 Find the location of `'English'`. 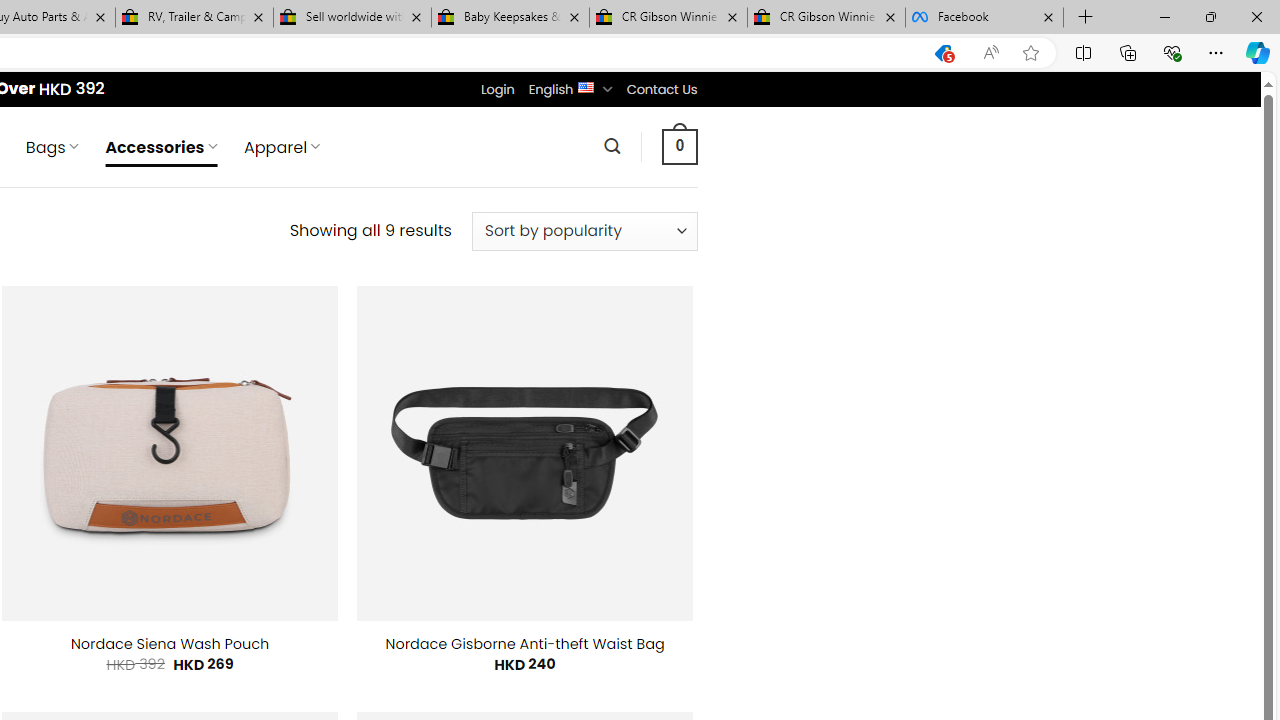

'English' is located at coordinates (585, 85).